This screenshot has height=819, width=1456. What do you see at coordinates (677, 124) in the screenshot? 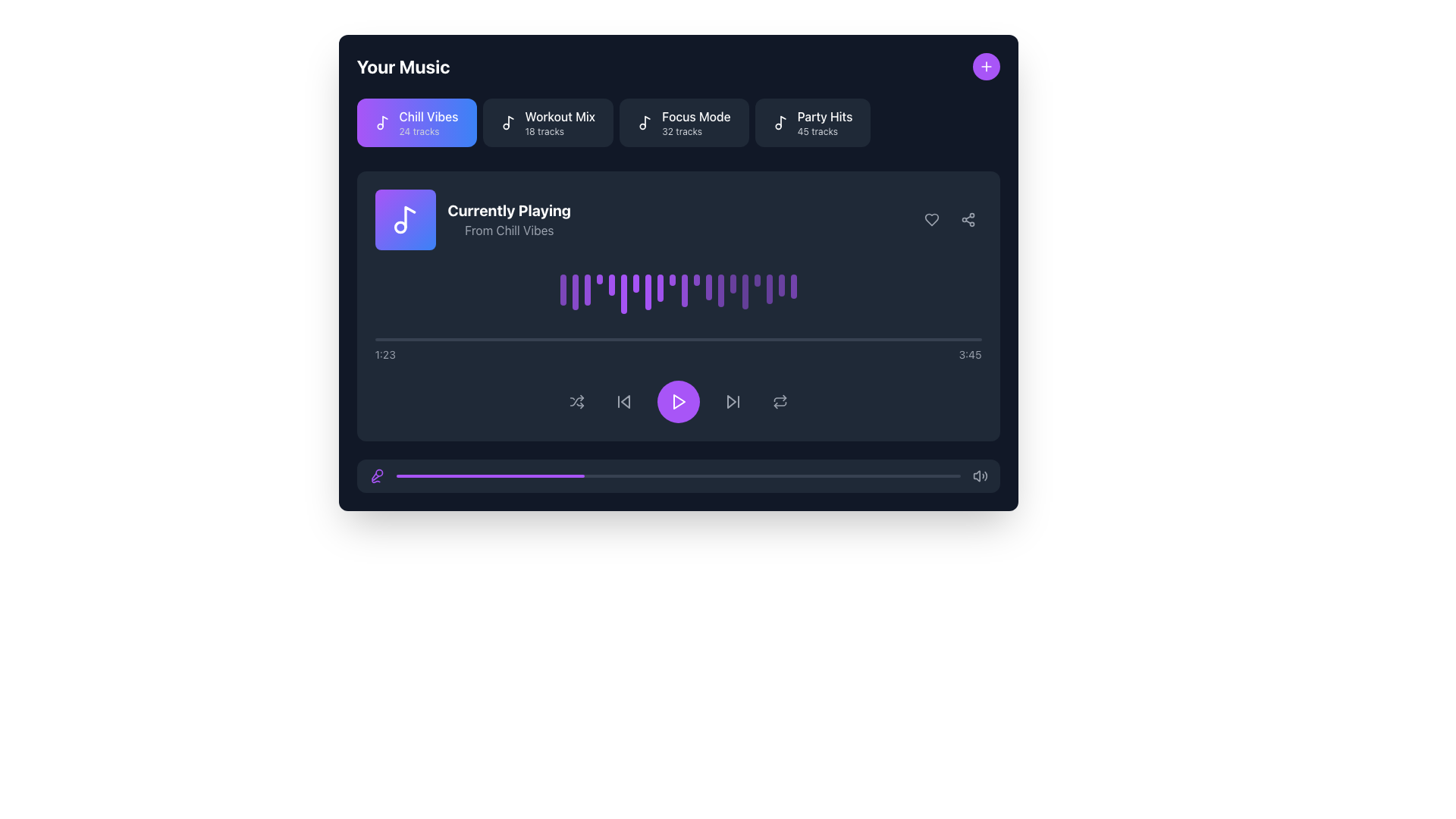
I see `the third playlist card from the left in the 'Your Music' section` at bounding box center [677, 124].